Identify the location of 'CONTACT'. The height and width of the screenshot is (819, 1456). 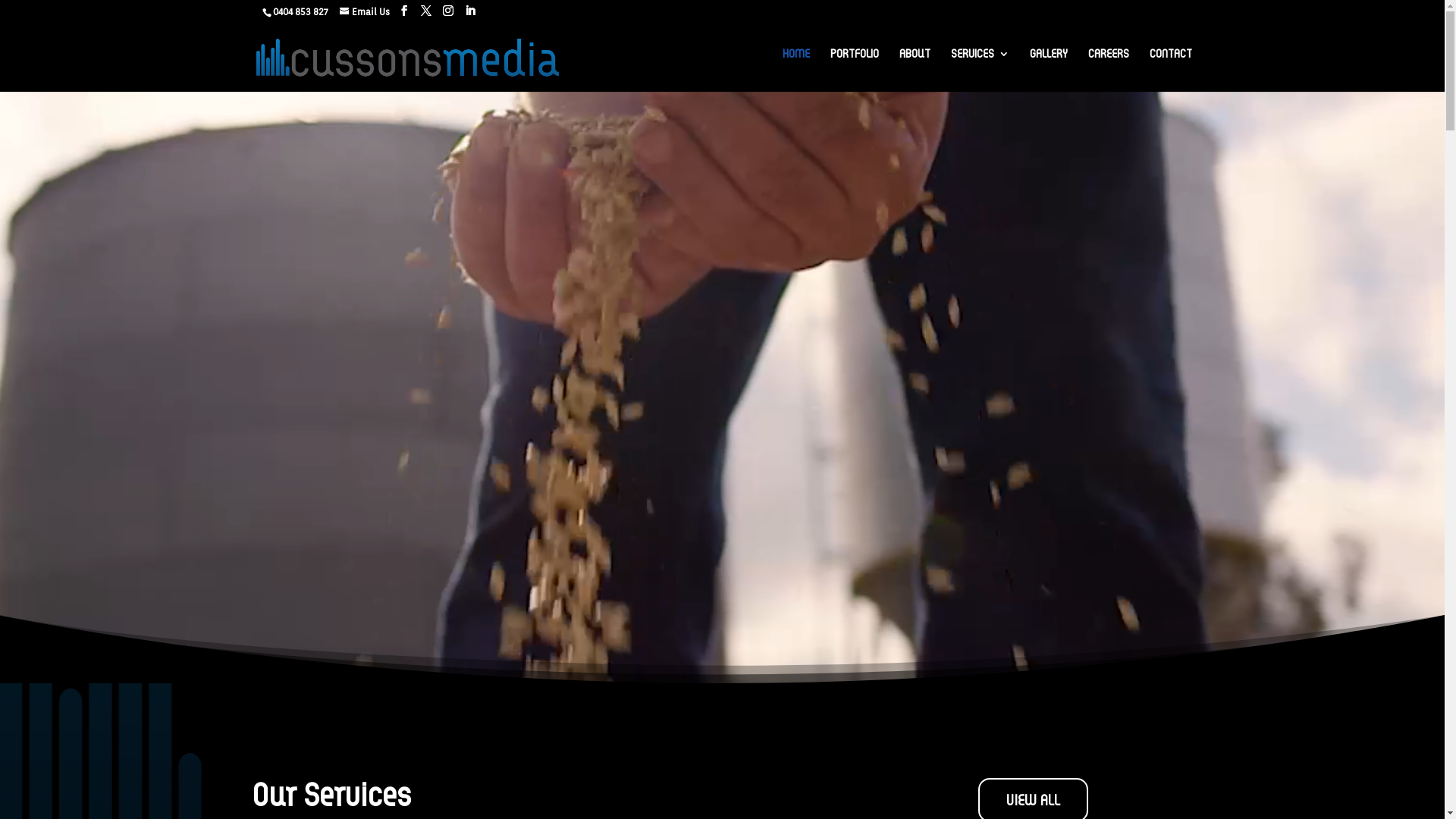
(1170, 65).